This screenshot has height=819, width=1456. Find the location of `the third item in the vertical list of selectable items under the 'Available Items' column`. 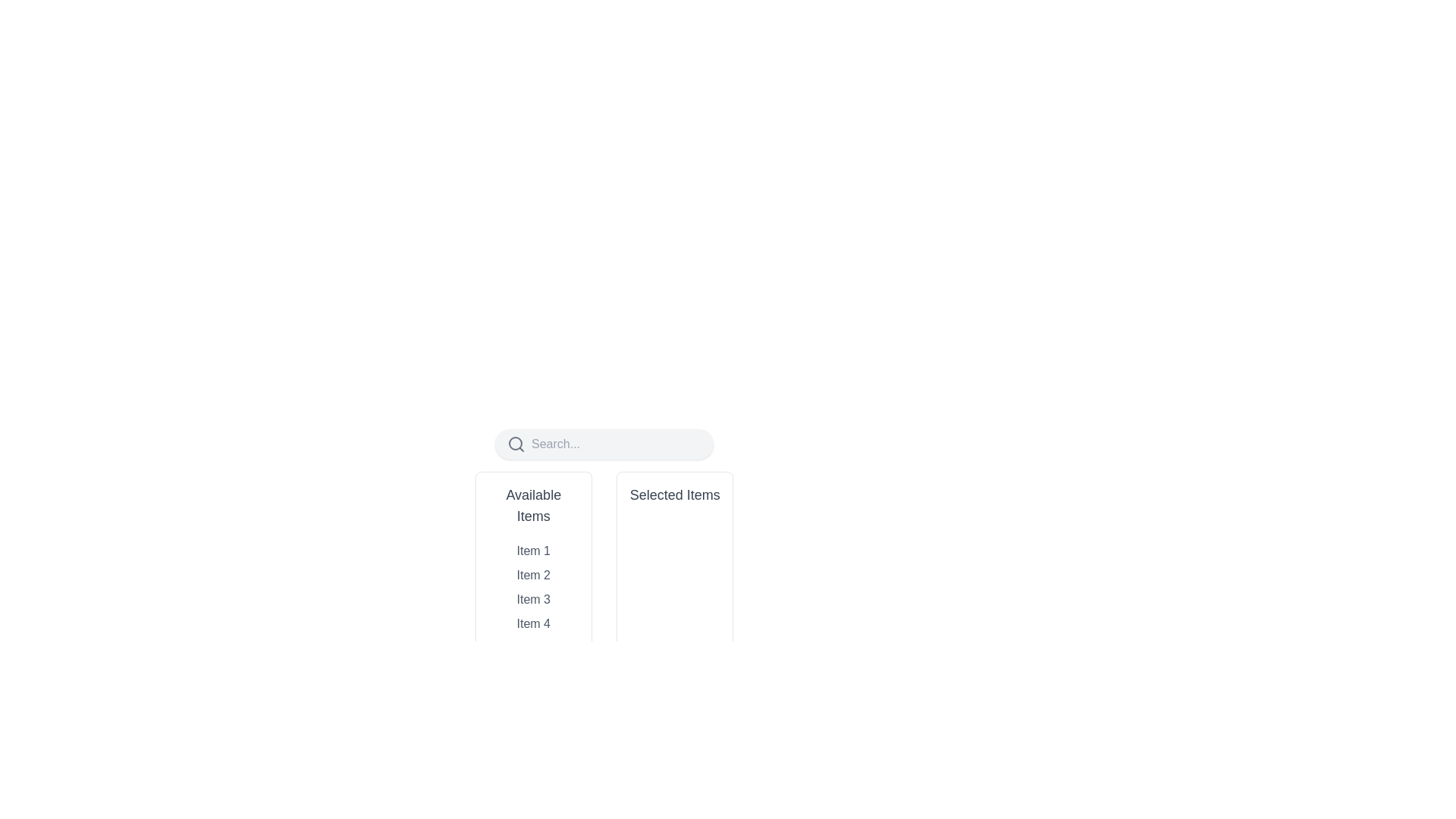

the third item in the vertical list of selectable items under the 'Available Items' column is located at coordinates (533, 598).